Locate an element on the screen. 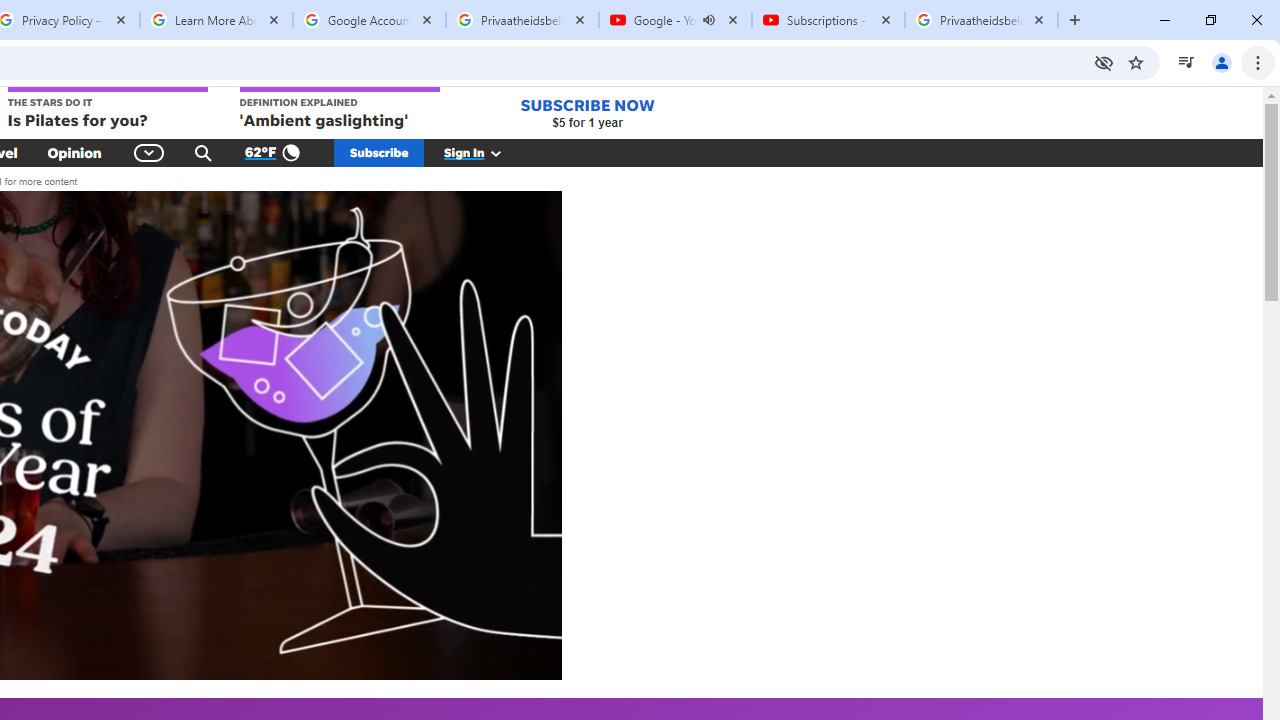 The image size is (1280, 720). 'Control your music, videos, and more' is located at coordinates (1185, 61).